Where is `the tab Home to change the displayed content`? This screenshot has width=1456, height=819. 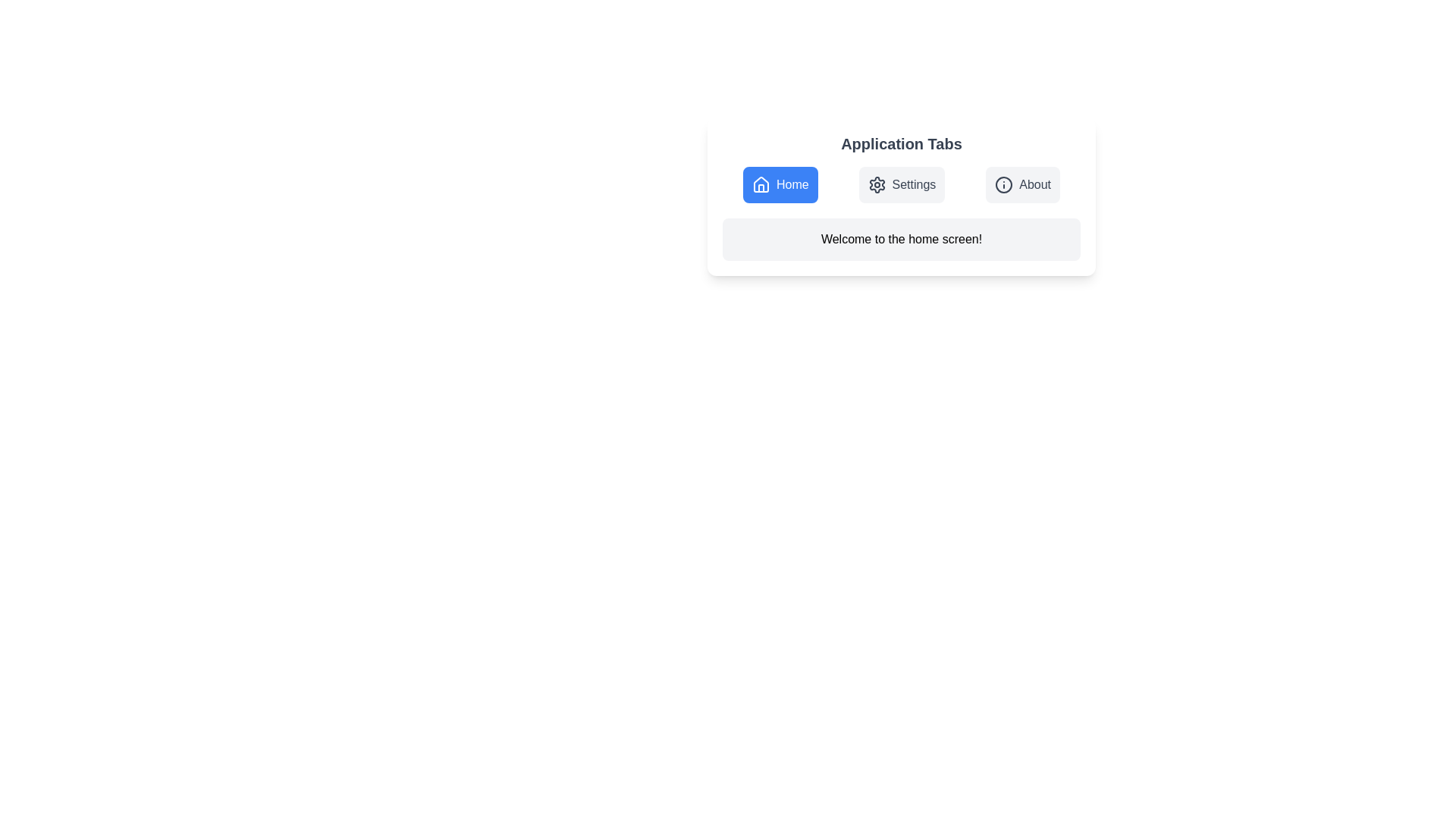
the tab Home to change the displayed content is located at coordinates (780, 184).